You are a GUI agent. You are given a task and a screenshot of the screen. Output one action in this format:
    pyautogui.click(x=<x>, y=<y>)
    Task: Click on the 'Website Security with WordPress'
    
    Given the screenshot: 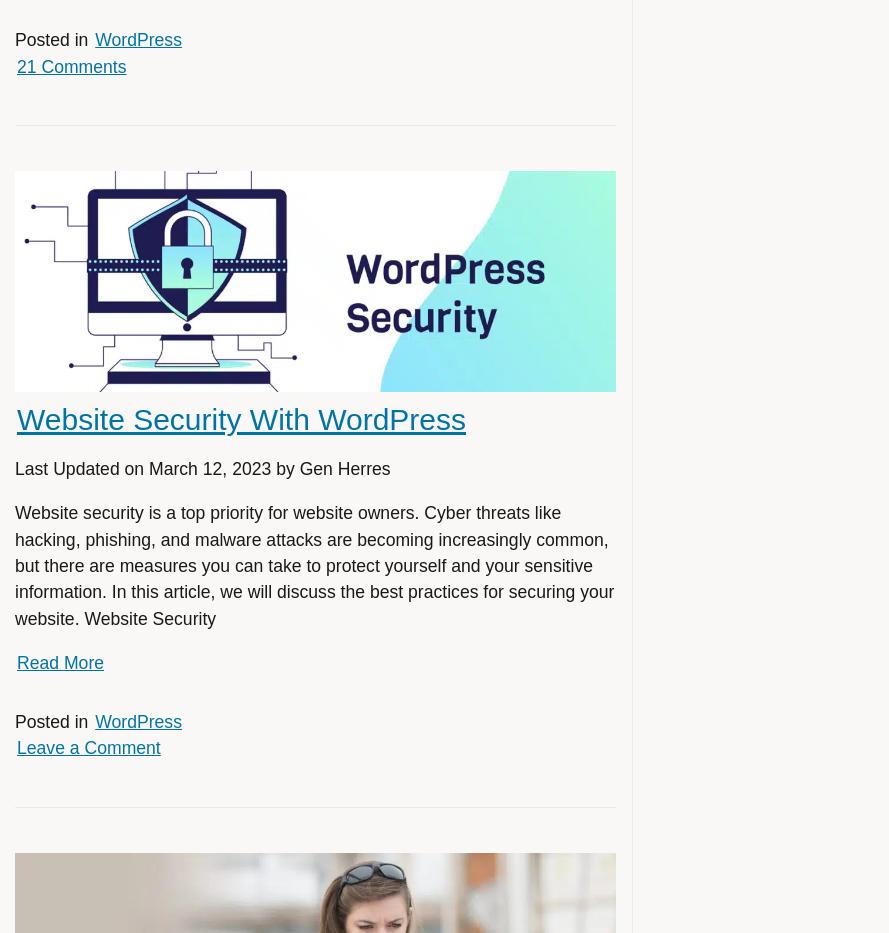 What is the action you would take?
    pyautogui.click(x=16, y=418)
    